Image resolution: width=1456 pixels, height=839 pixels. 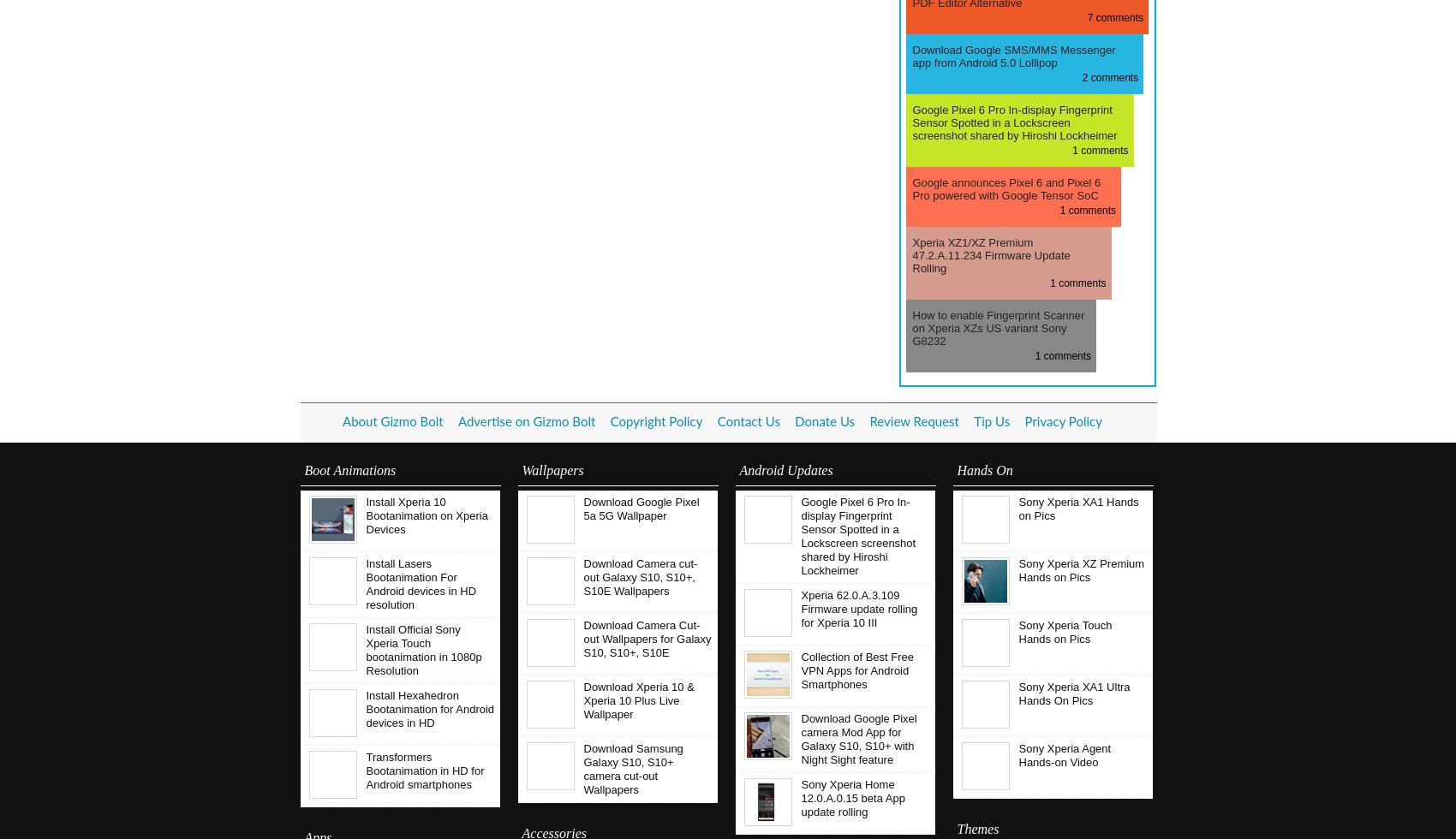 I want to click on 'Donate Us', so click(x=824, y=422).